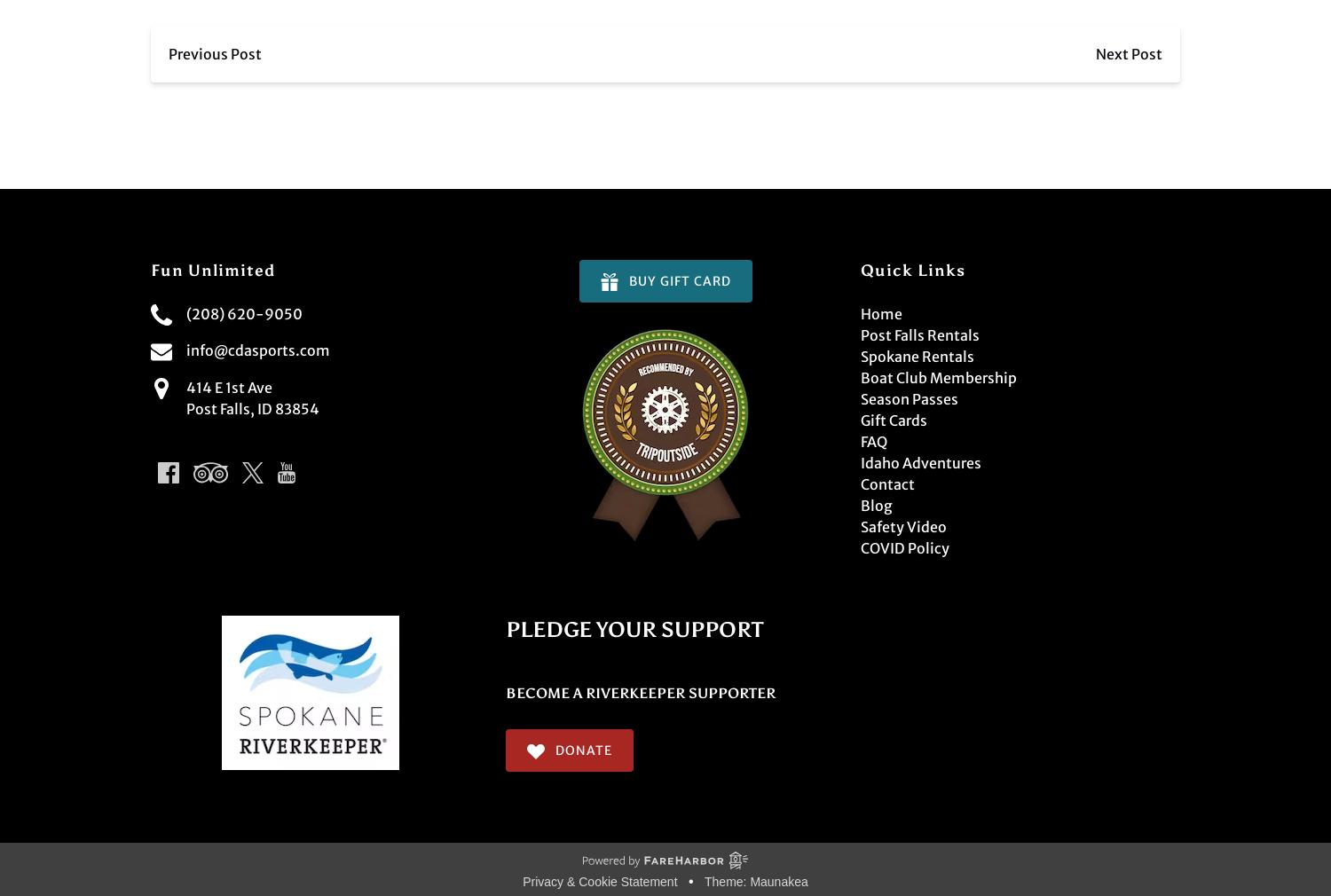  I want to click on 'BECOME A RIVERKEEPER SUPPORTER', so click(505, 693).